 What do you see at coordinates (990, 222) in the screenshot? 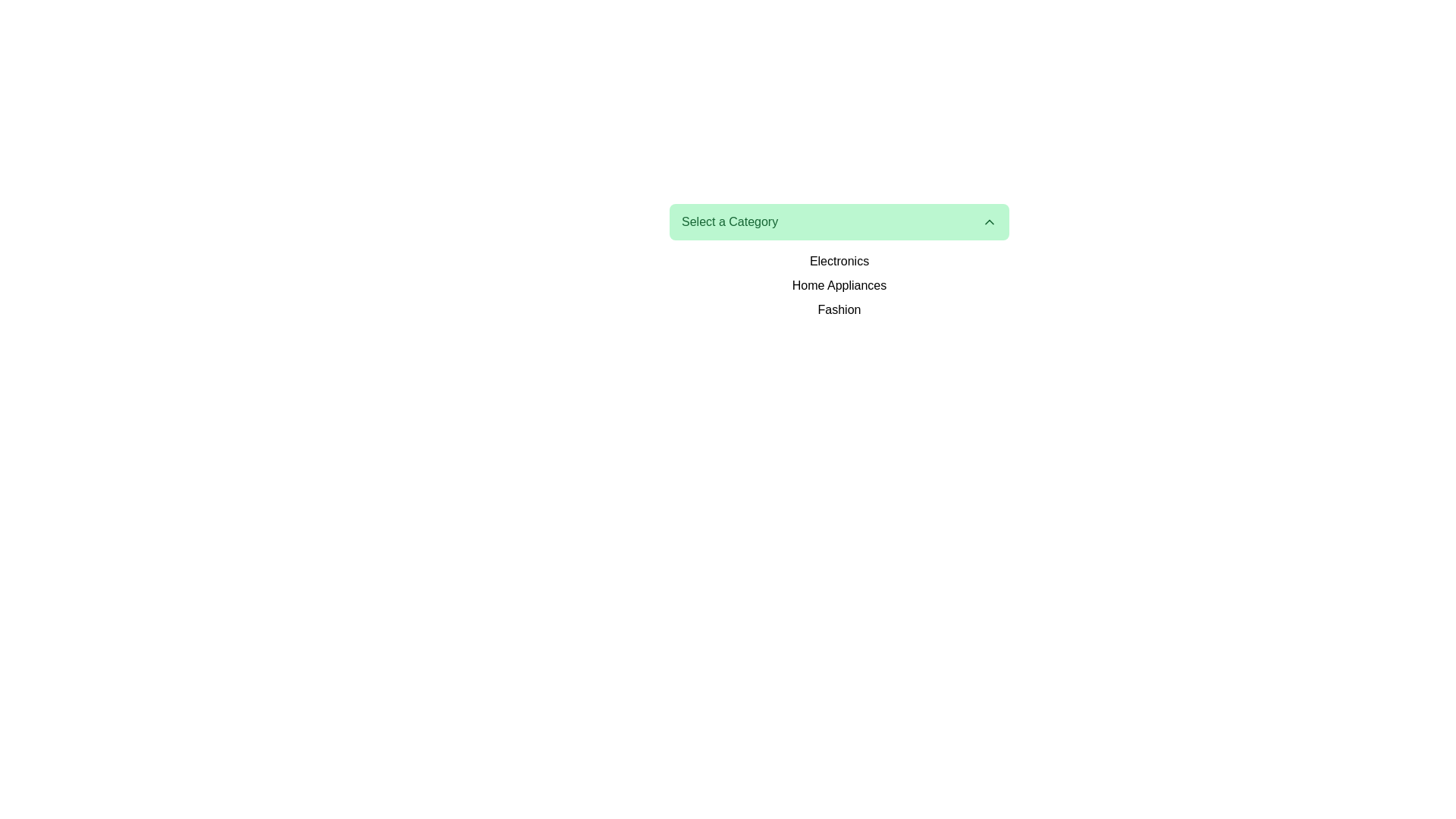
I see `the upward-facing chevron icon, which is green and located at the end of the 'Select a Category' header bar` at bounding box center [990, 222].